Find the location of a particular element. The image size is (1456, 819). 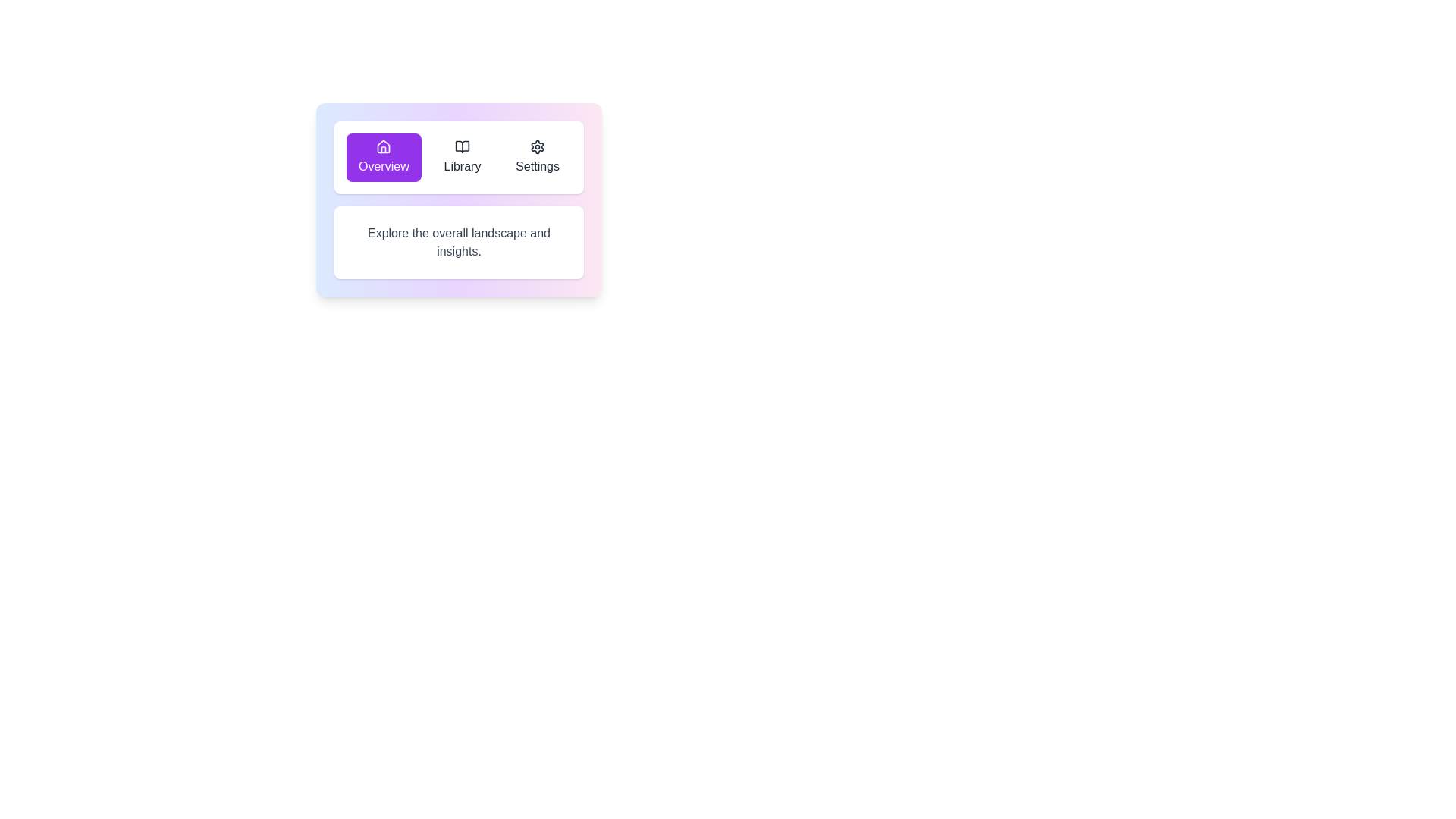

the 'Settings' button, which features a gear icon and is the third button in a horizontal set of buttons is located at coordinates (538, 158).